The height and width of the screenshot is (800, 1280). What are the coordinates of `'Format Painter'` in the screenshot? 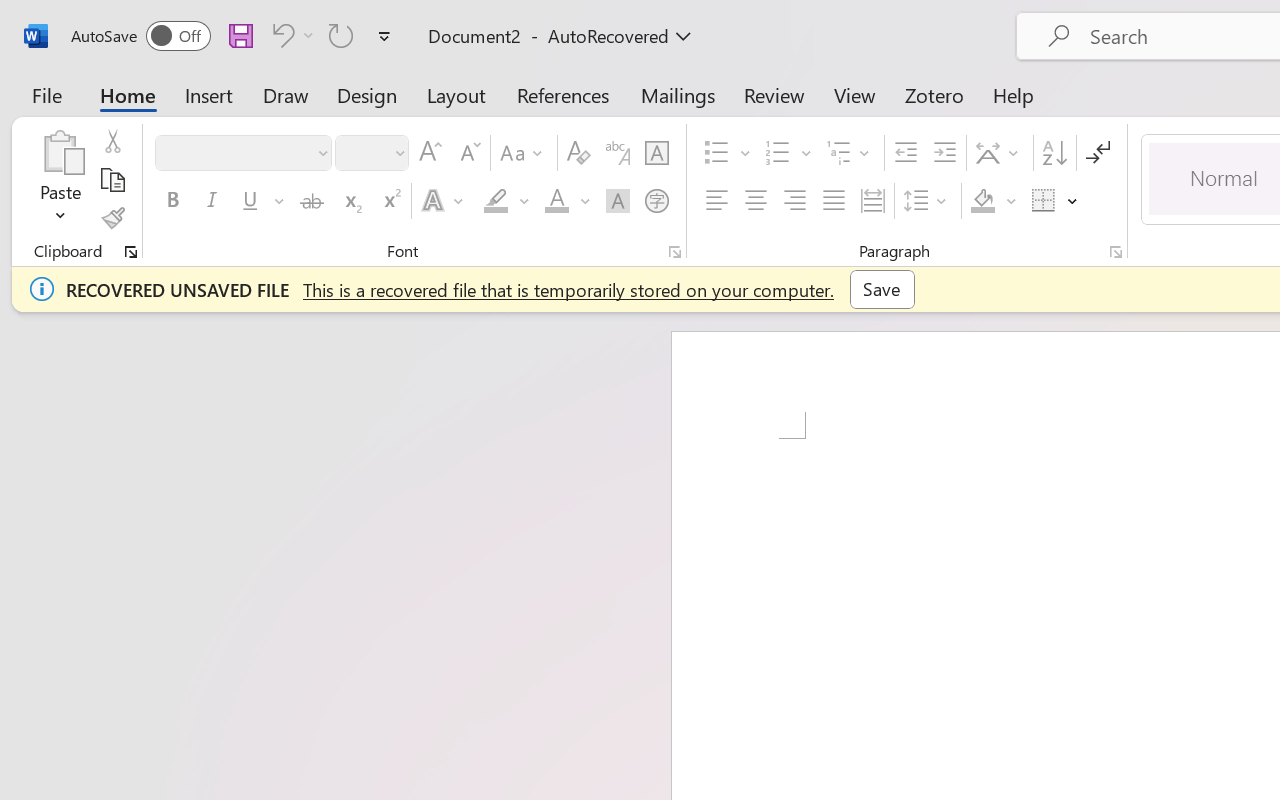 It's located at (111, 218).